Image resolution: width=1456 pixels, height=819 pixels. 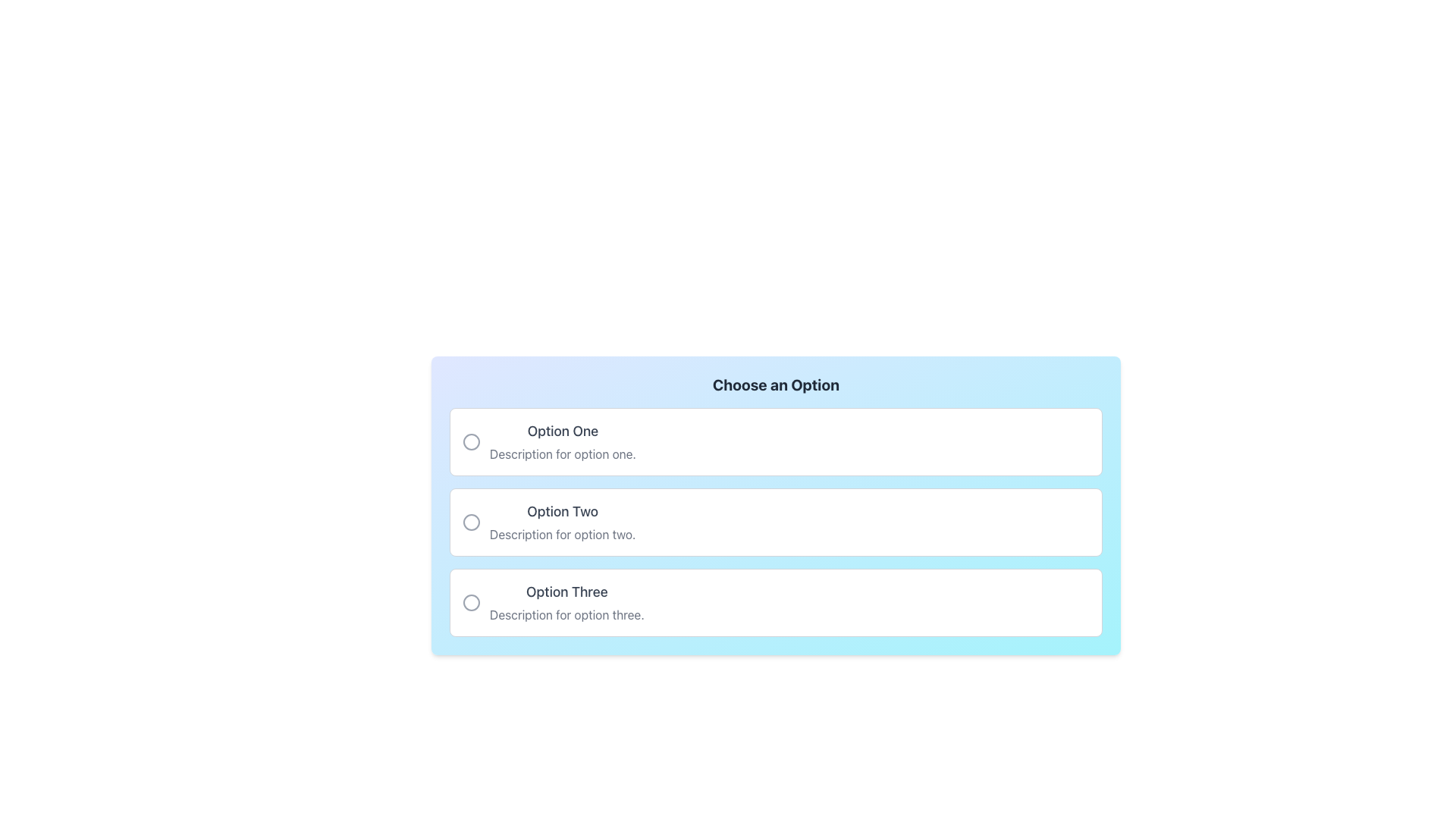 What do you see at coordinates (471, 522) in the screenshot?
I see `the circular indicator or state icon with a gray outline, located in the middle of the second row of options in the 'Choose an Option' list, representing 'Option Two'` at bounding box center [471, 522].